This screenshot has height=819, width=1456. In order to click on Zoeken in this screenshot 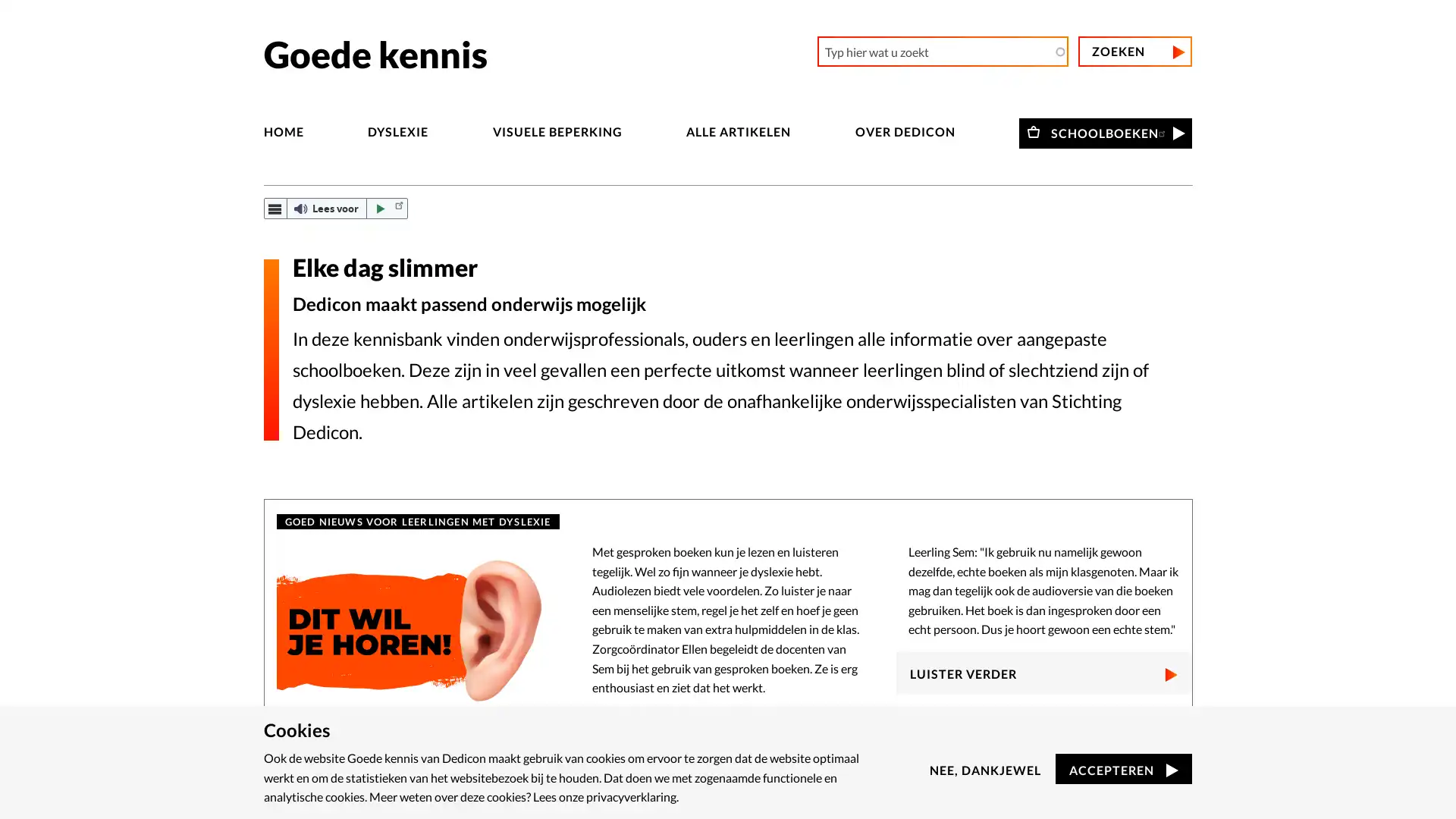, I will do `click(1135, 51)`.